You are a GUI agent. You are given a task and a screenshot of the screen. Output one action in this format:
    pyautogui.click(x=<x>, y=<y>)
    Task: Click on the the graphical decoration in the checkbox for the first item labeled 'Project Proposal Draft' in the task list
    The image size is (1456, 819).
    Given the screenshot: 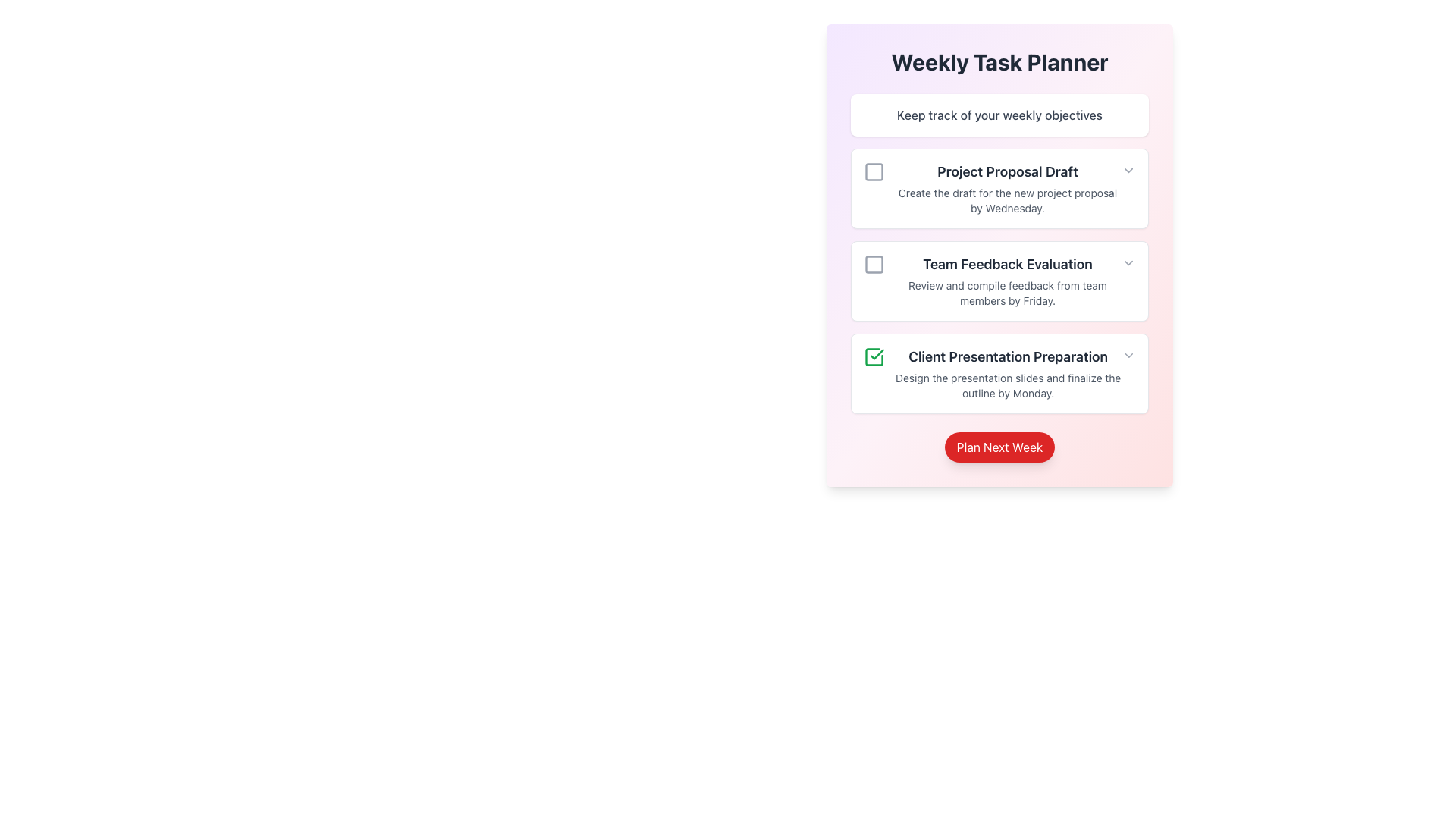 What is the action you would take?
    pyautogui.click(x=874, y=171)
    